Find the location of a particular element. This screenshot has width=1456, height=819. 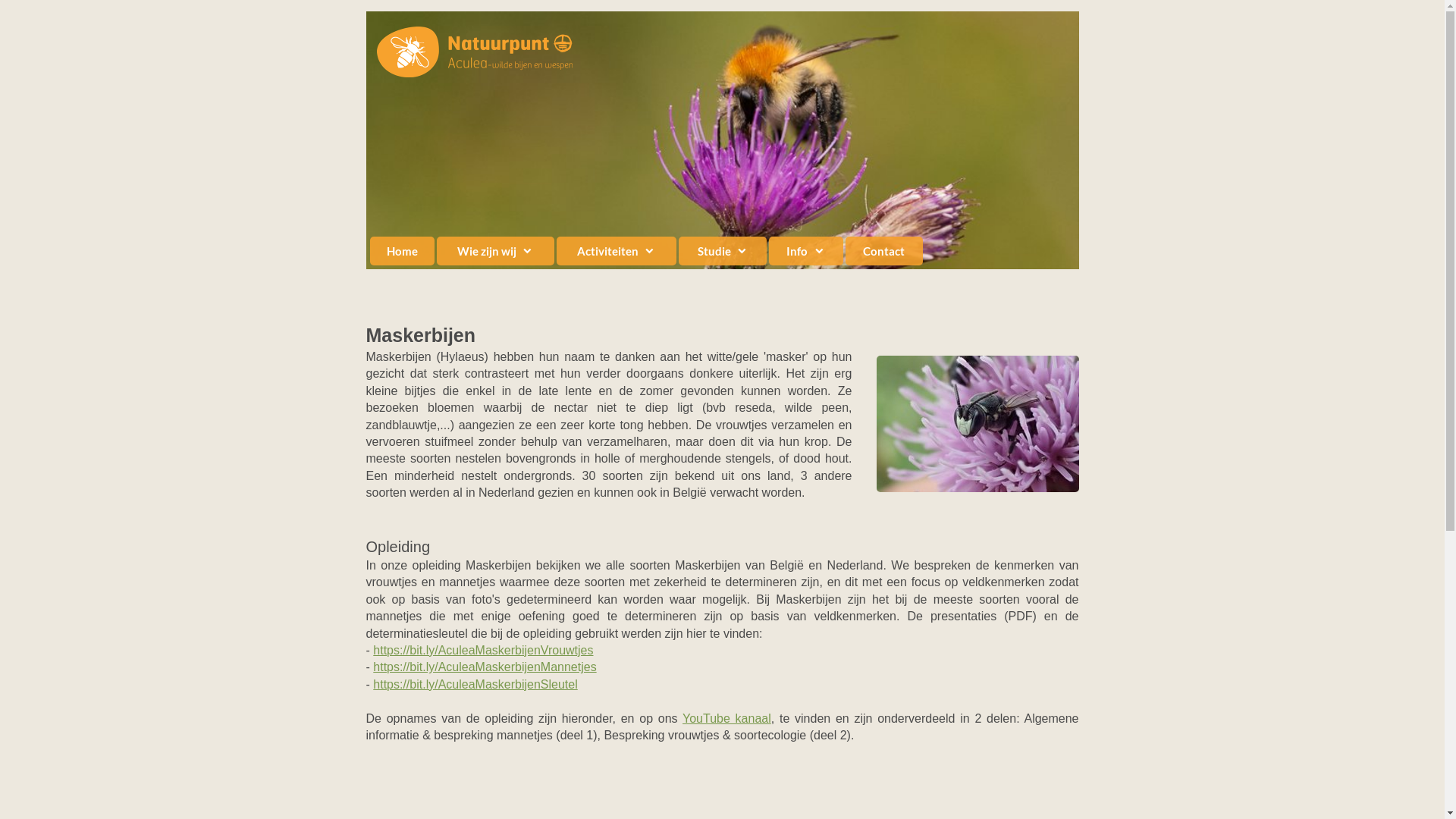

'https://bit.ly/AculeaMaskerbijenSleutel' is located at coordinates (474, 684).